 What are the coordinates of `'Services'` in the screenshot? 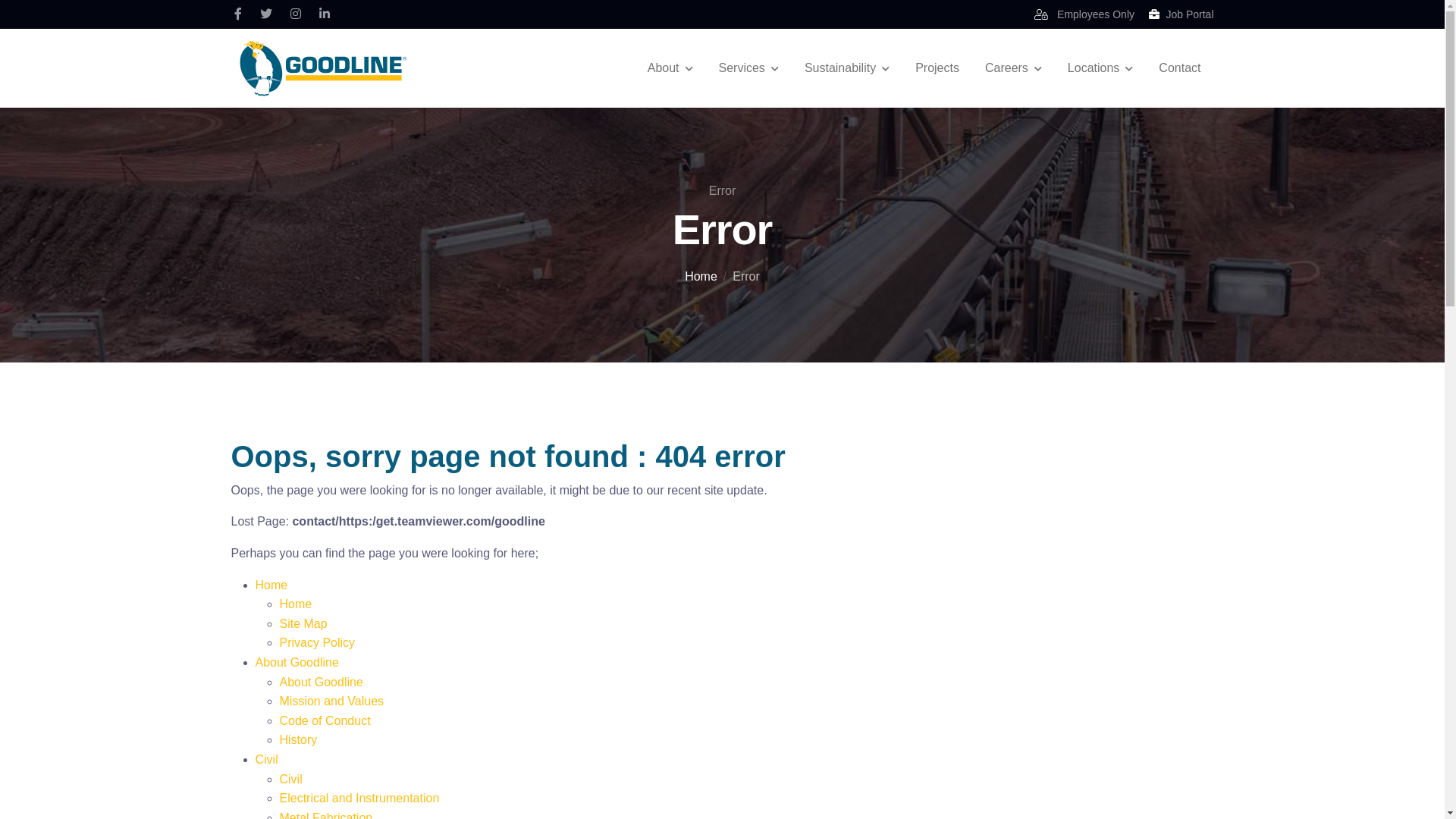 It's located at (748, 68).